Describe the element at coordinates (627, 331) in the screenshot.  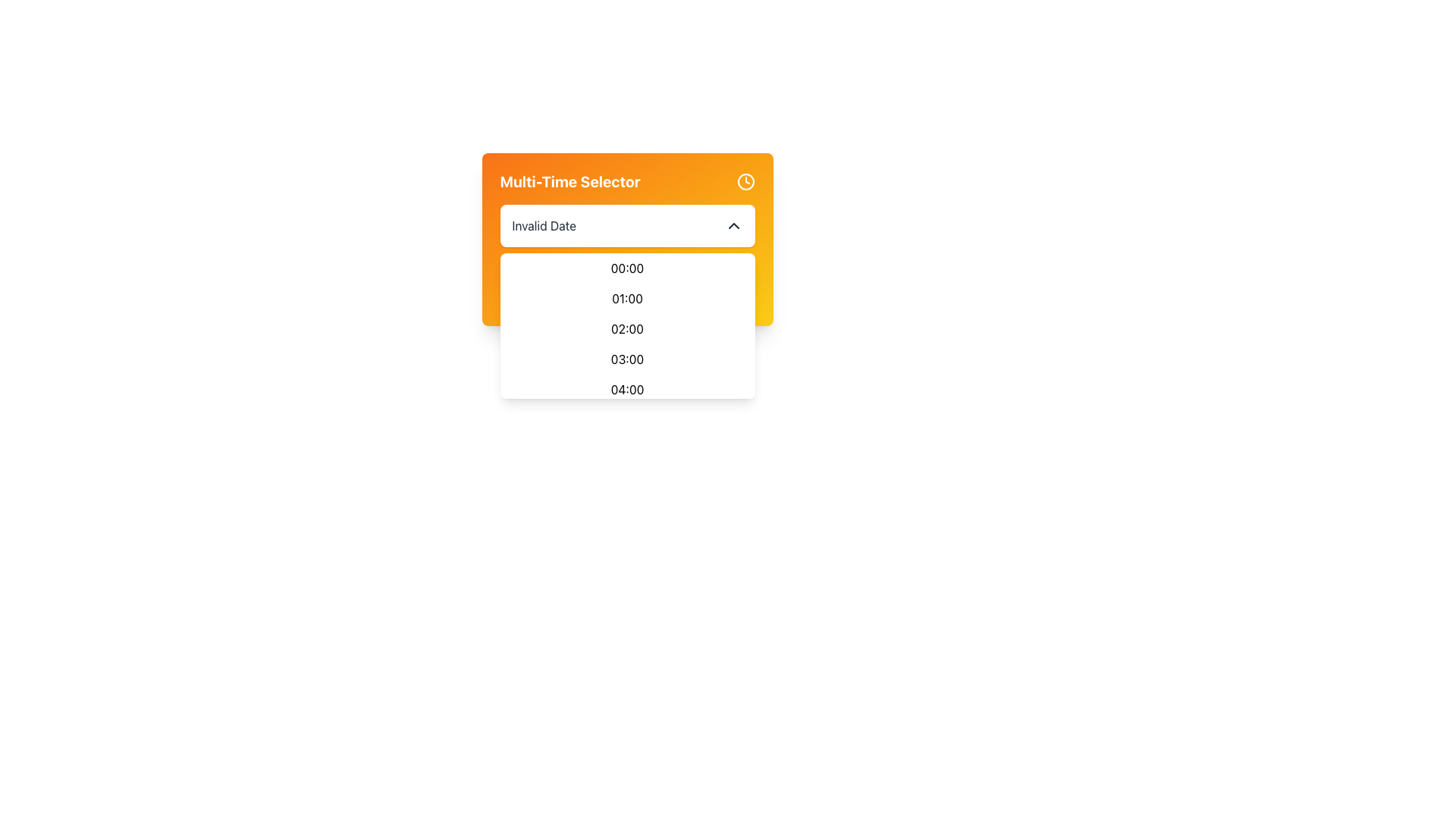
I see `the Dropdown menu located directly below the 'Multi-Time Selector' header` at that location.